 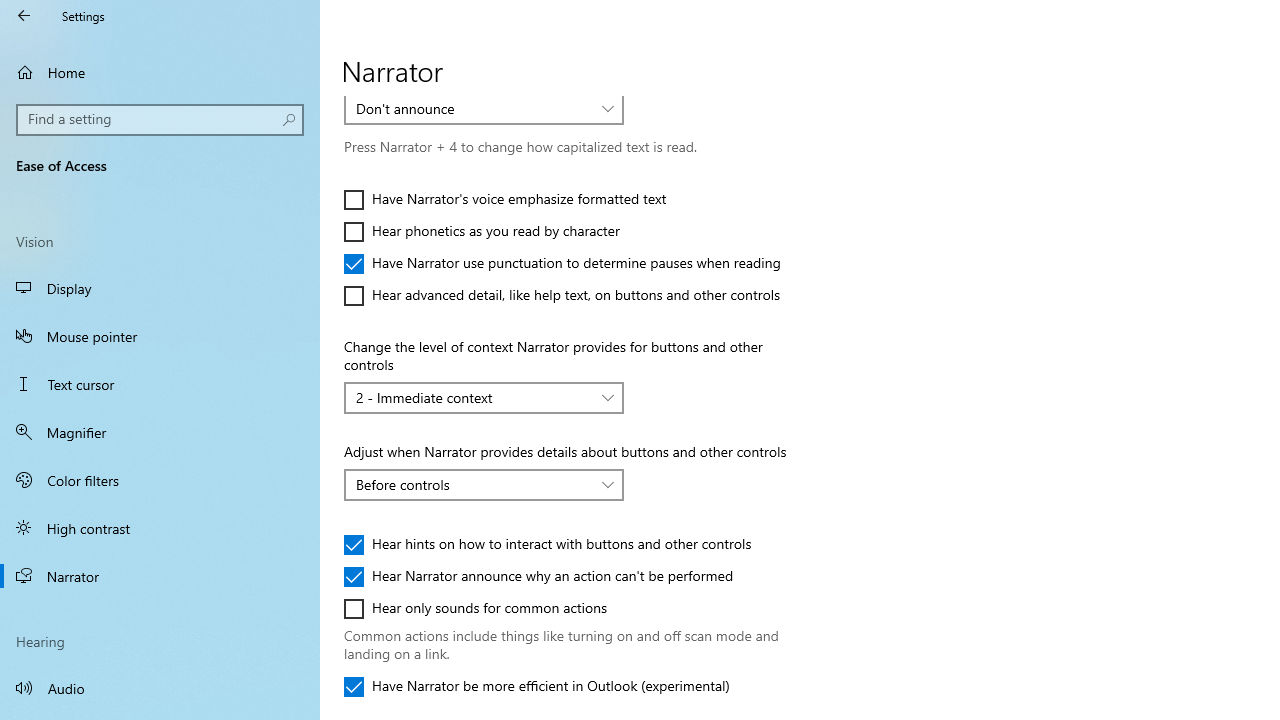 I want to click on 'Hear Narrator announce why an action can', so click(x=538, y=577).